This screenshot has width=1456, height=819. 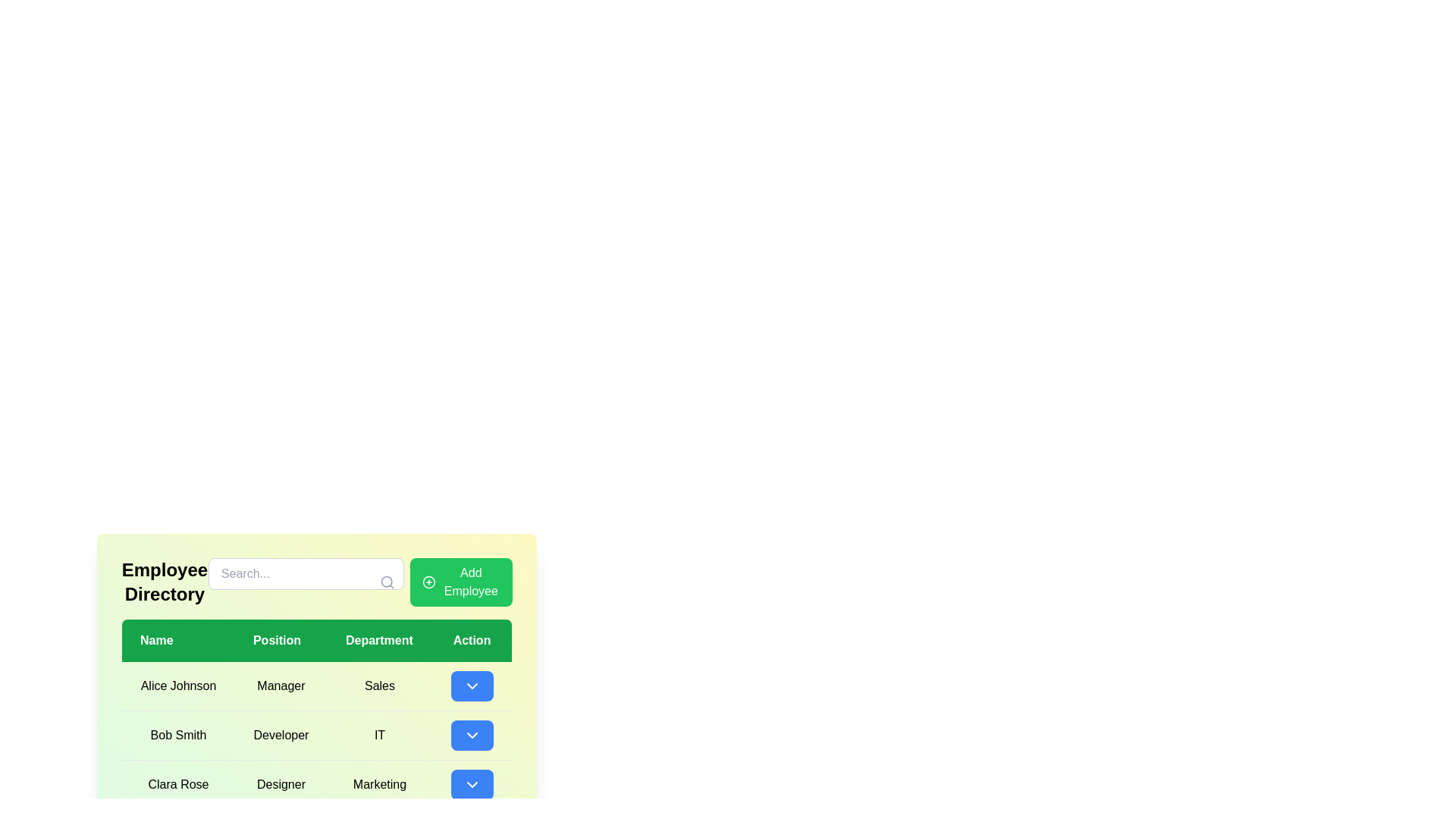 What do you see at coordinates (471, 734) in the screenshot?
I see `the dropdown indicator icon in the 'Action' column of the second row in the table` at bounding box center [471, 734].